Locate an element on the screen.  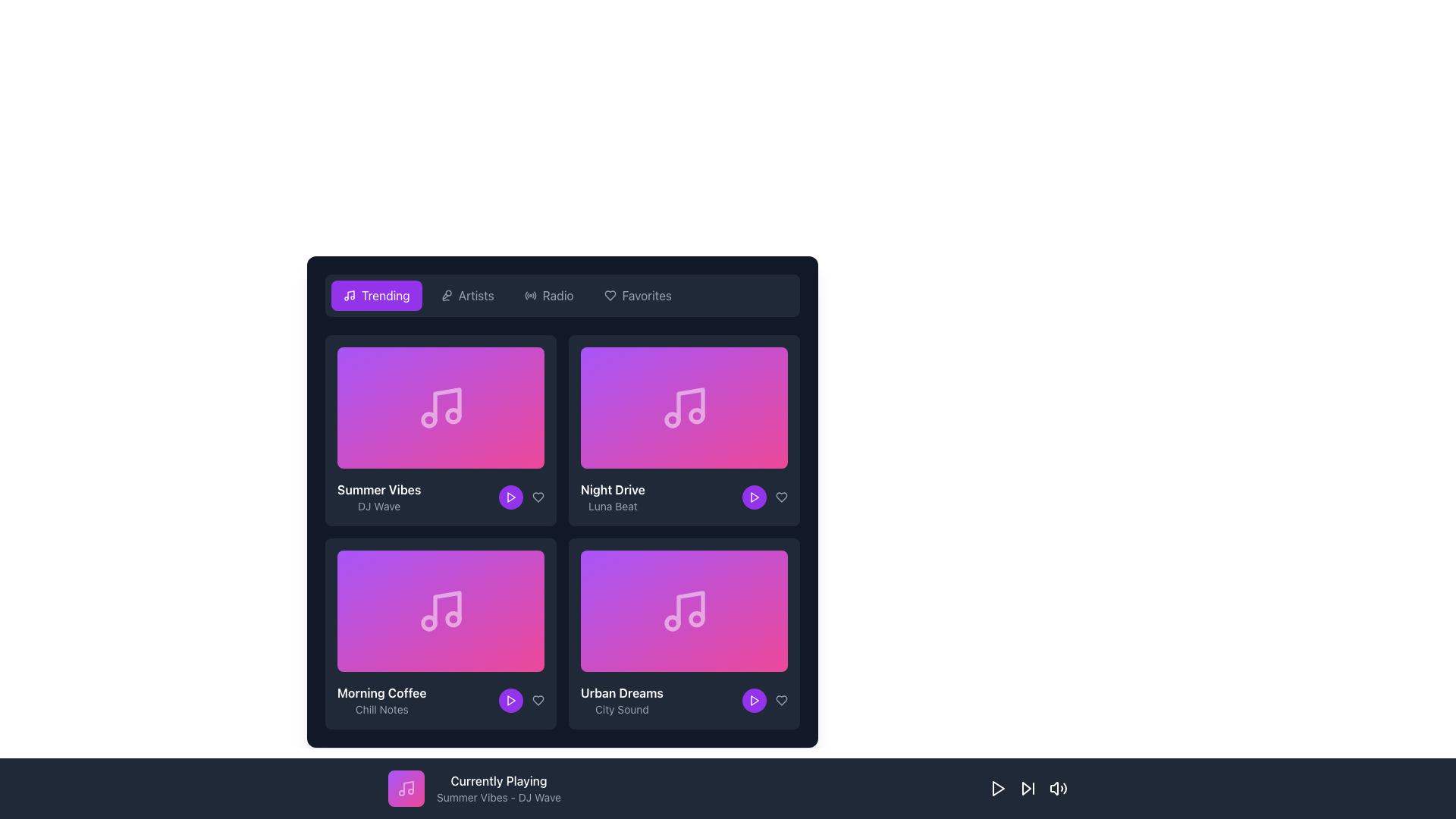
the Decorative circle element in the SVG graphic representing a musical note, located on the central right side of the icon within the 'Summer Vibes' card is located at coordinates (452, 416).